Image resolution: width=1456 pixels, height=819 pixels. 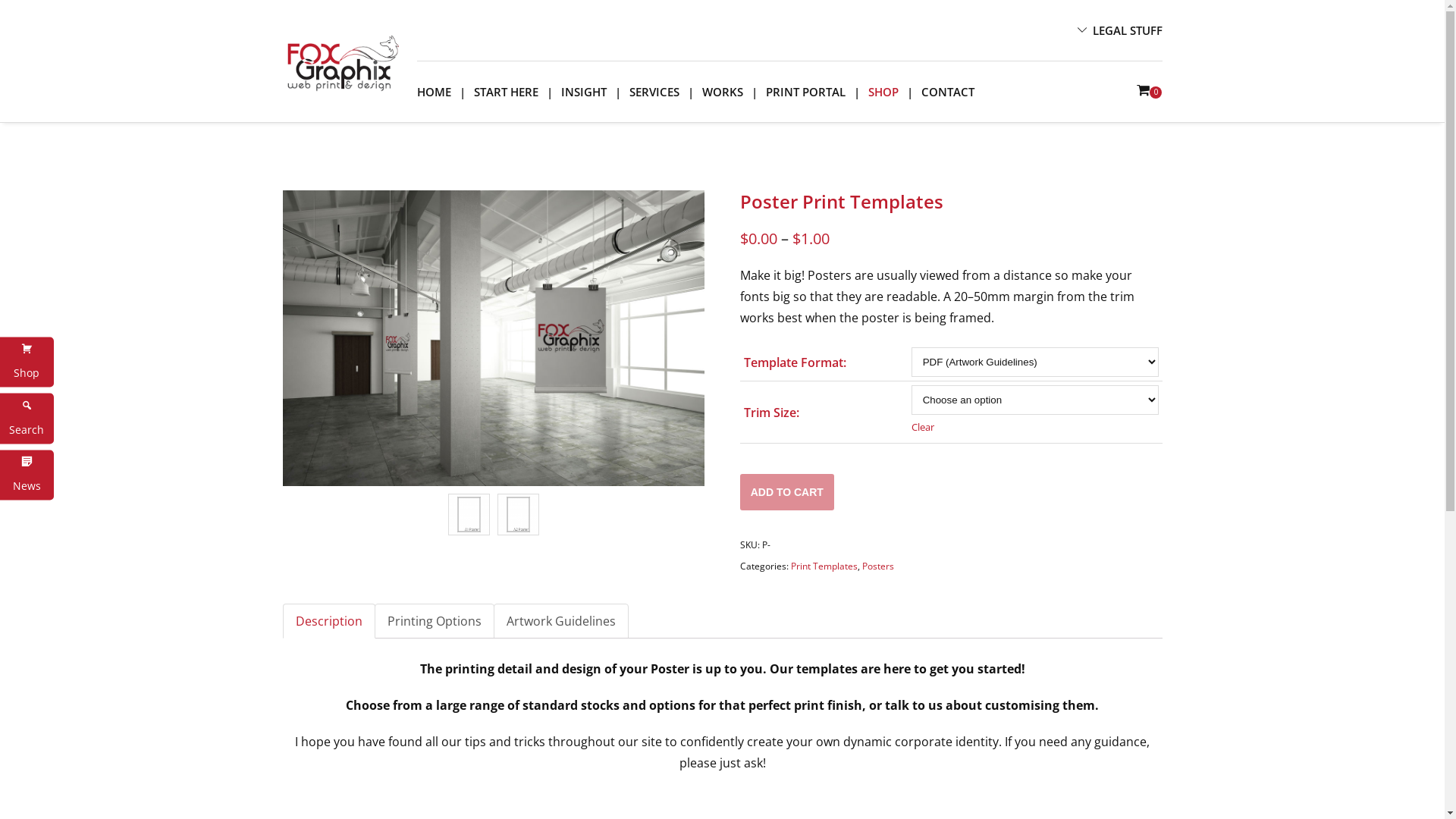 I want to click on 'Printing Options', so click(x=432, y=620).